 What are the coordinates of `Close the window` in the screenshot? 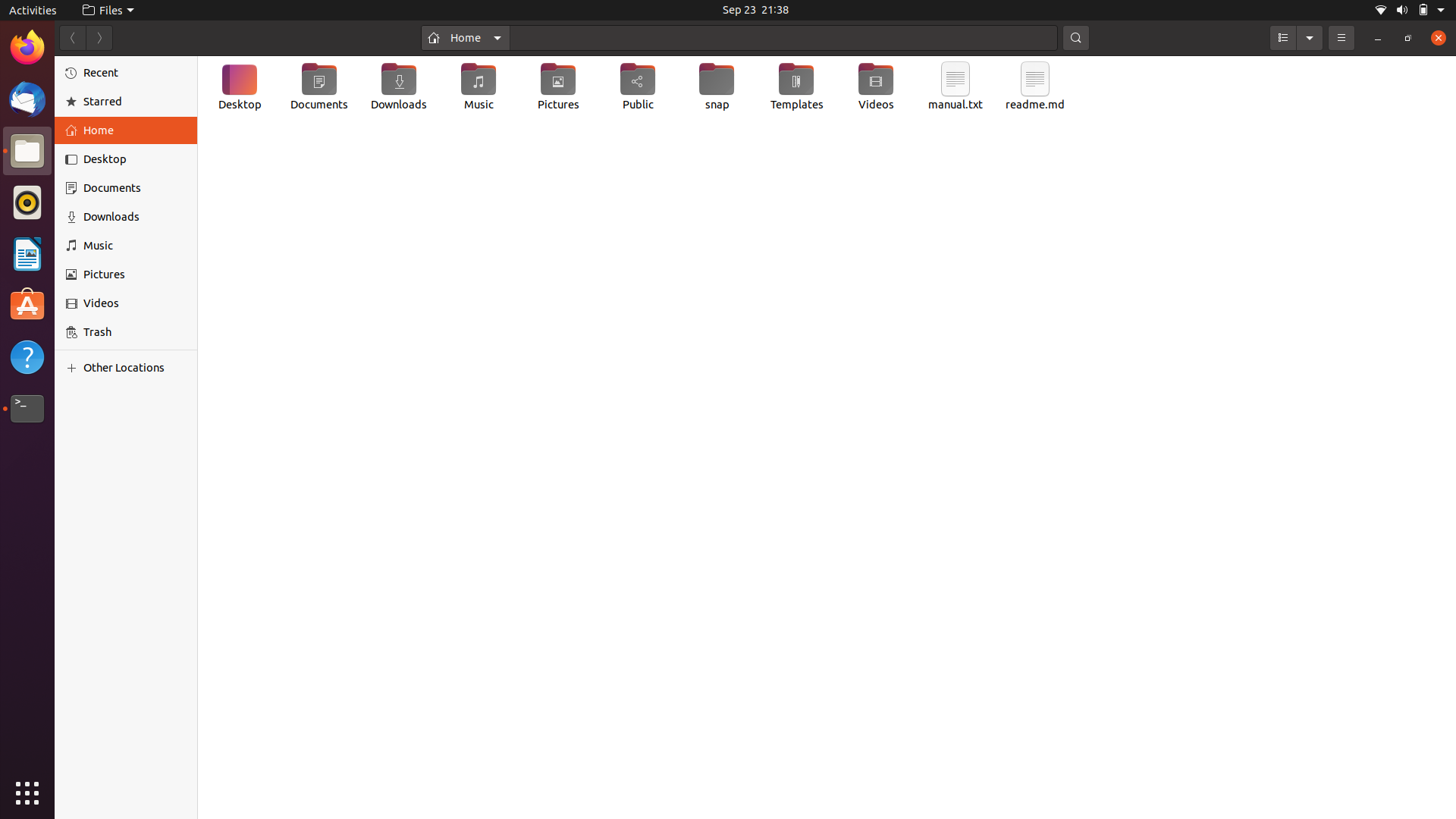 It's located at (1436, 38).